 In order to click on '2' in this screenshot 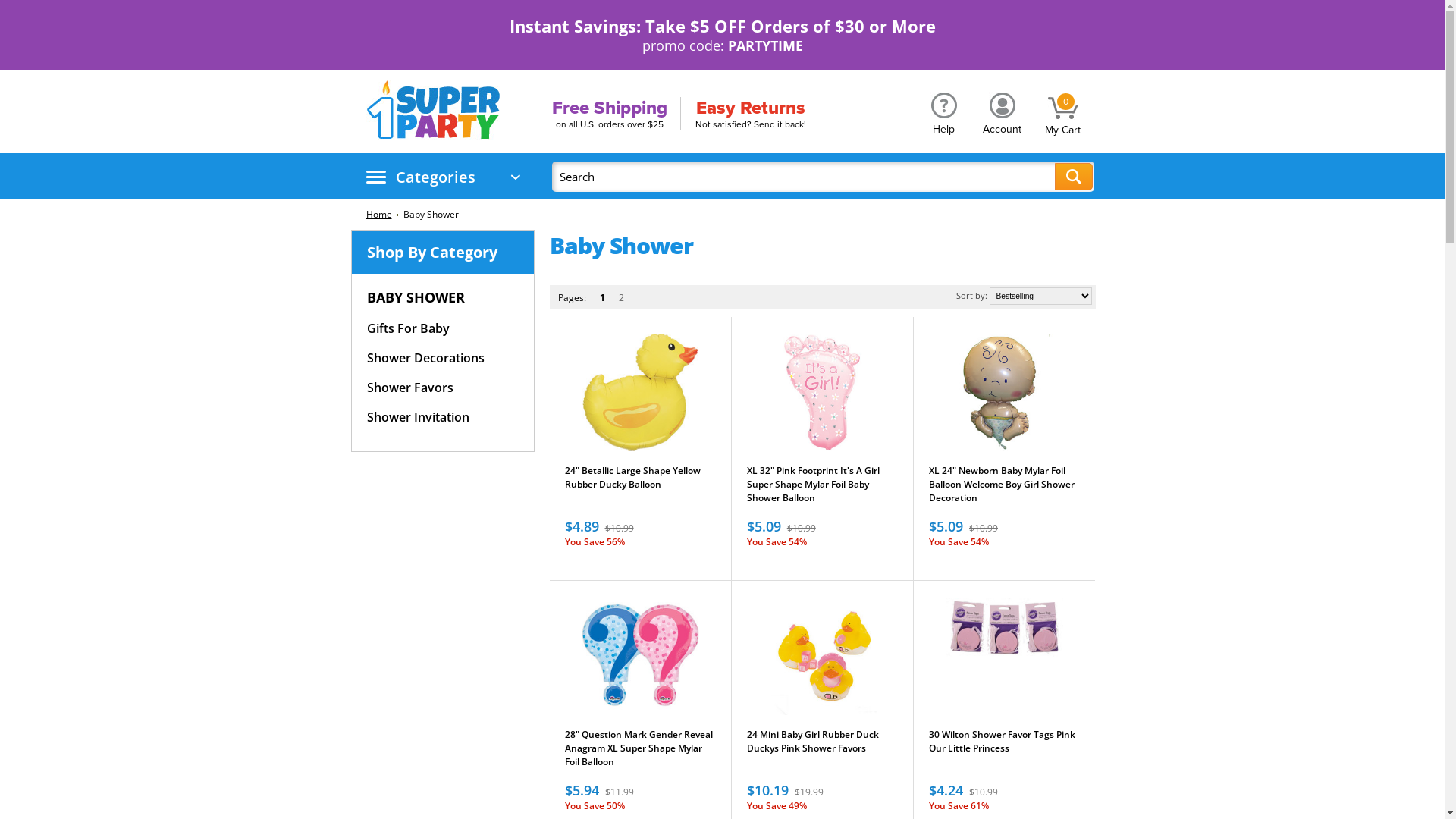, I will do `click(615, 298)`.